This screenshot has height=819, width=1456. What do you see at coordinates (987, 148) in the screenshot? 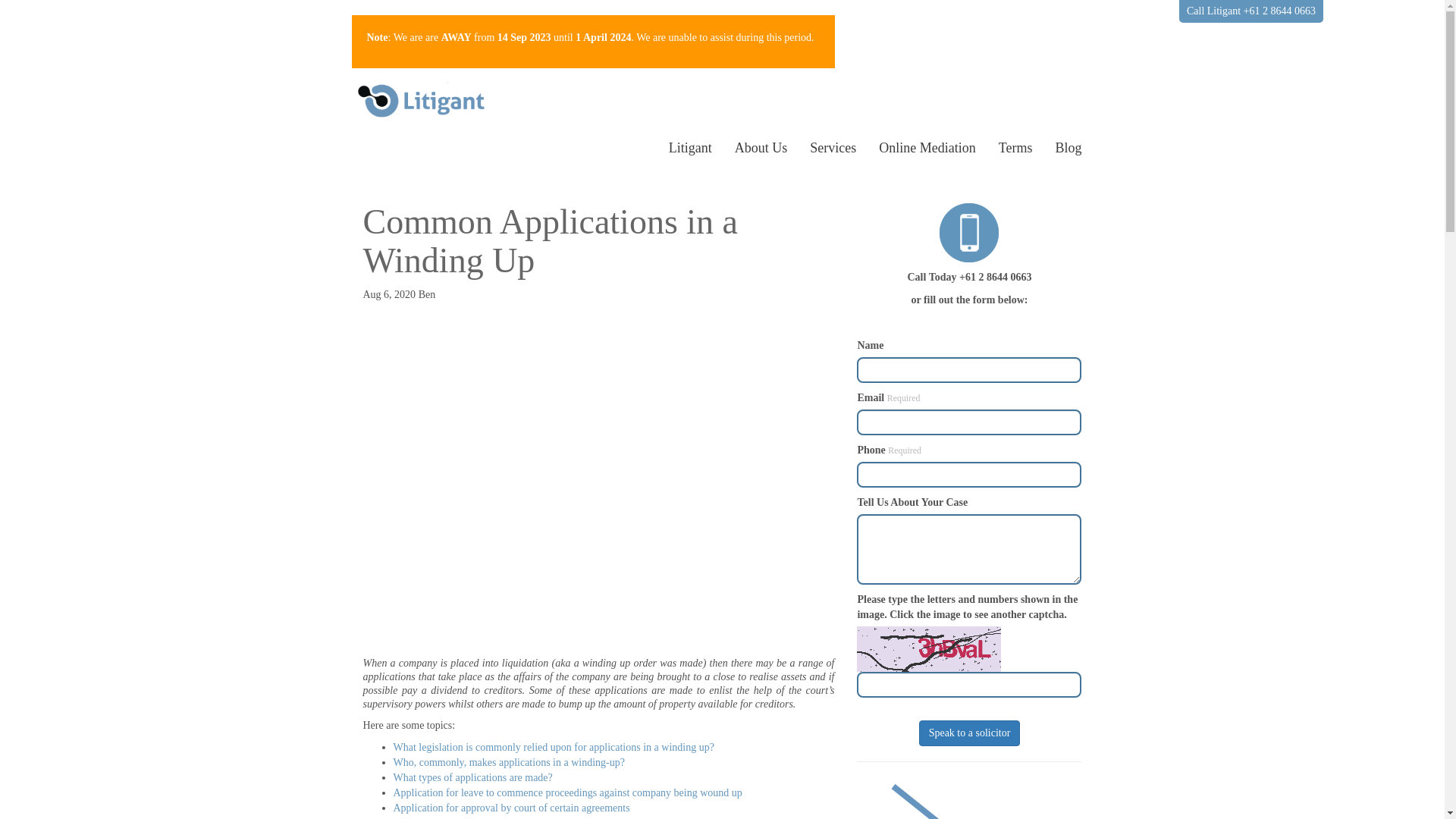
I see `'Terms'` at bounding box center [987, 148].